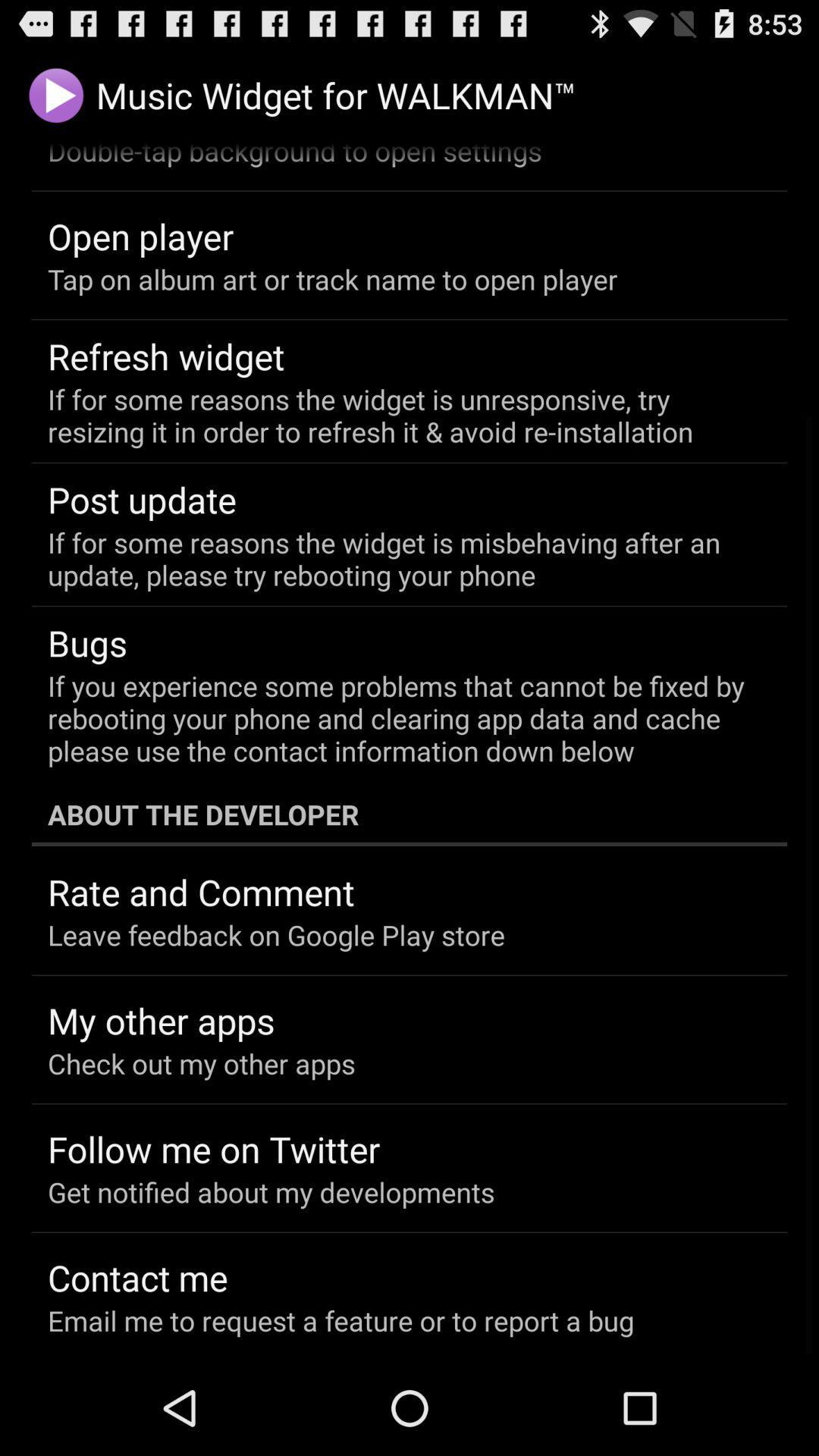 The image size is (819, 1456). I want to click on contact me app, so click(137, 1276).